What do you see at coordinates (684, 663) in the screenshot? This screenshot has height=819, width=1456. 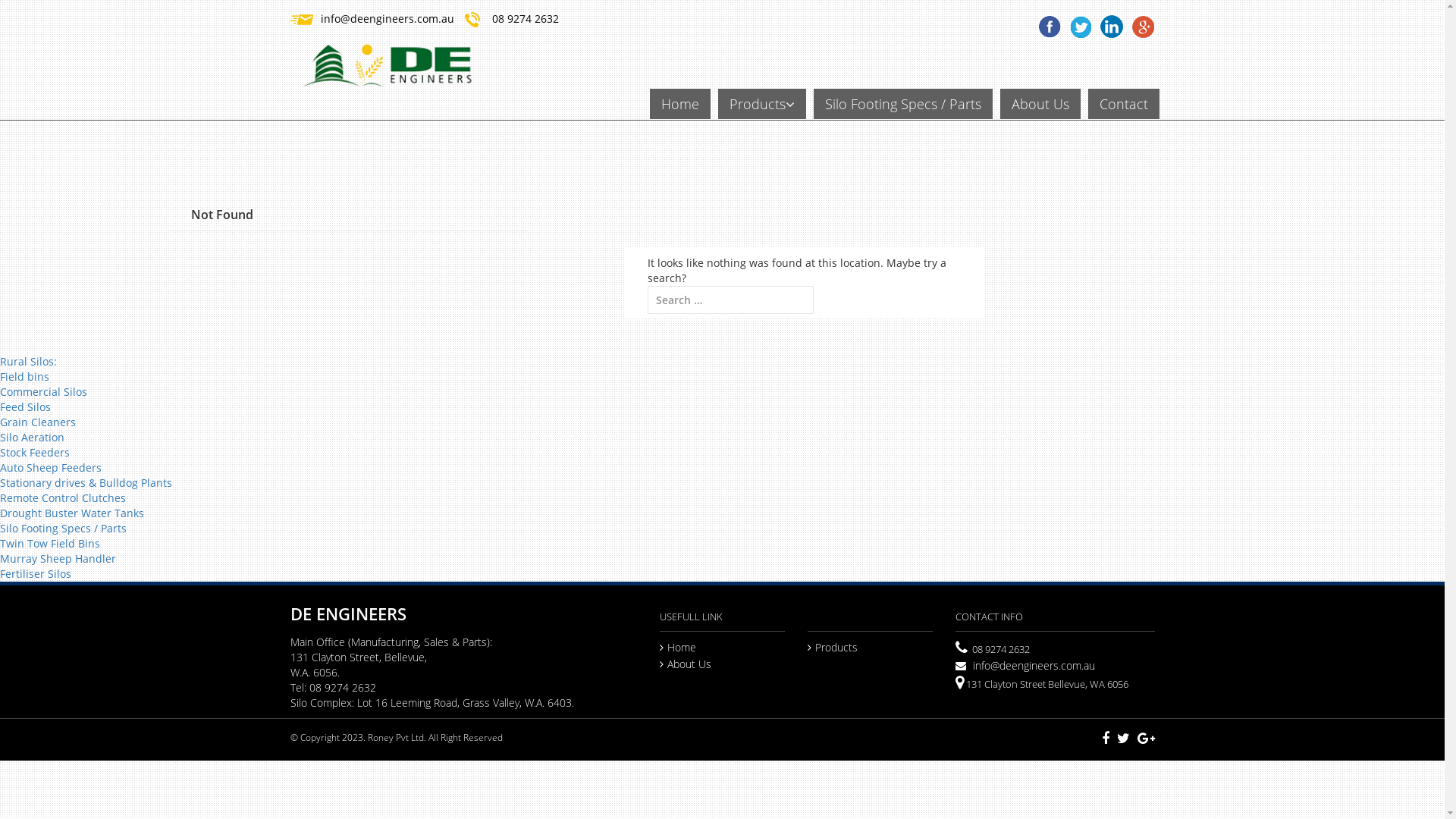 I see `'About Us'` at bounding box center [684, 663].